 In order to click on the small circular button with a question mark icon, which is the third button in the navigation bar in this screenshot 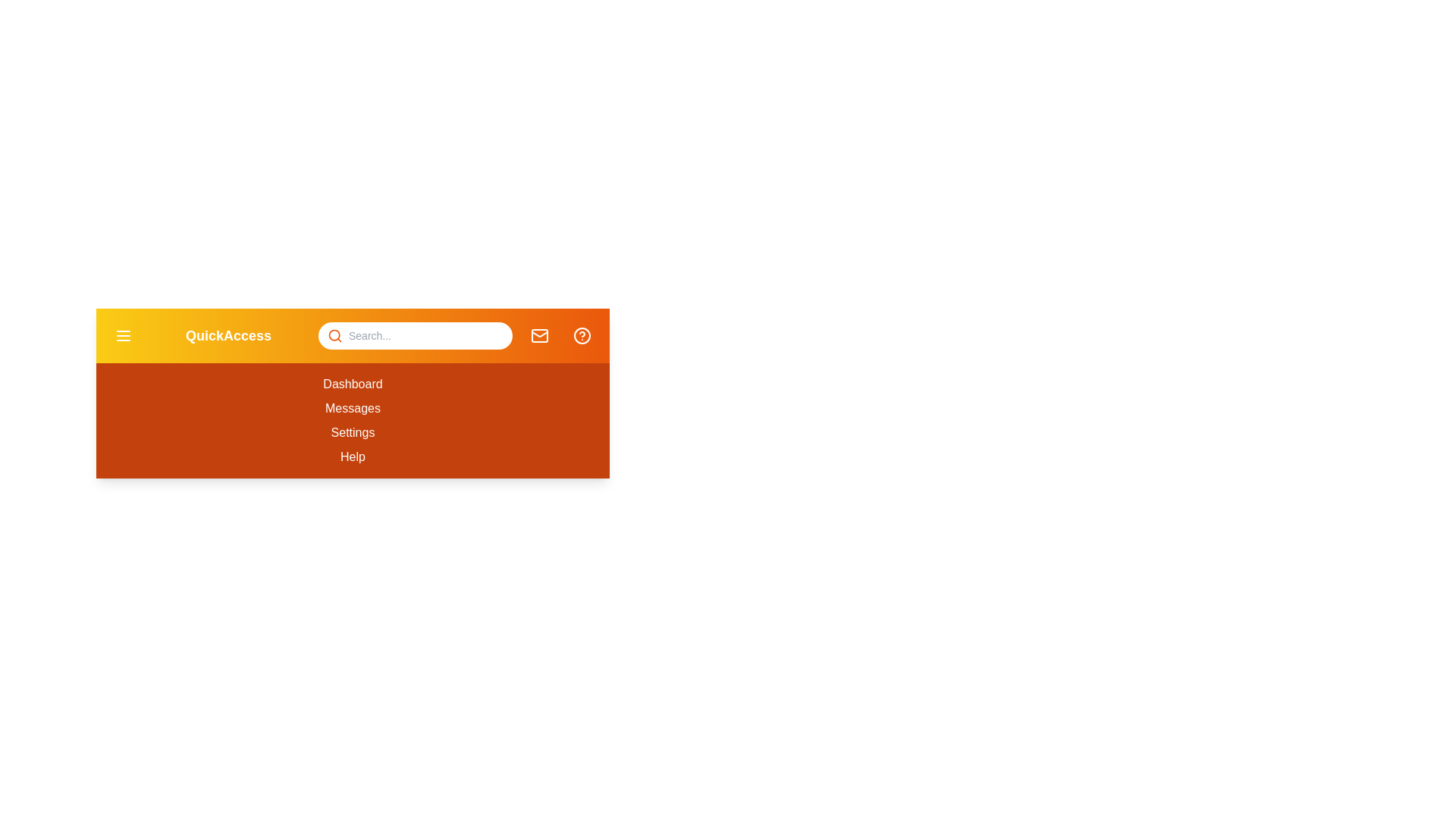, I will do `click(582, 335)`.